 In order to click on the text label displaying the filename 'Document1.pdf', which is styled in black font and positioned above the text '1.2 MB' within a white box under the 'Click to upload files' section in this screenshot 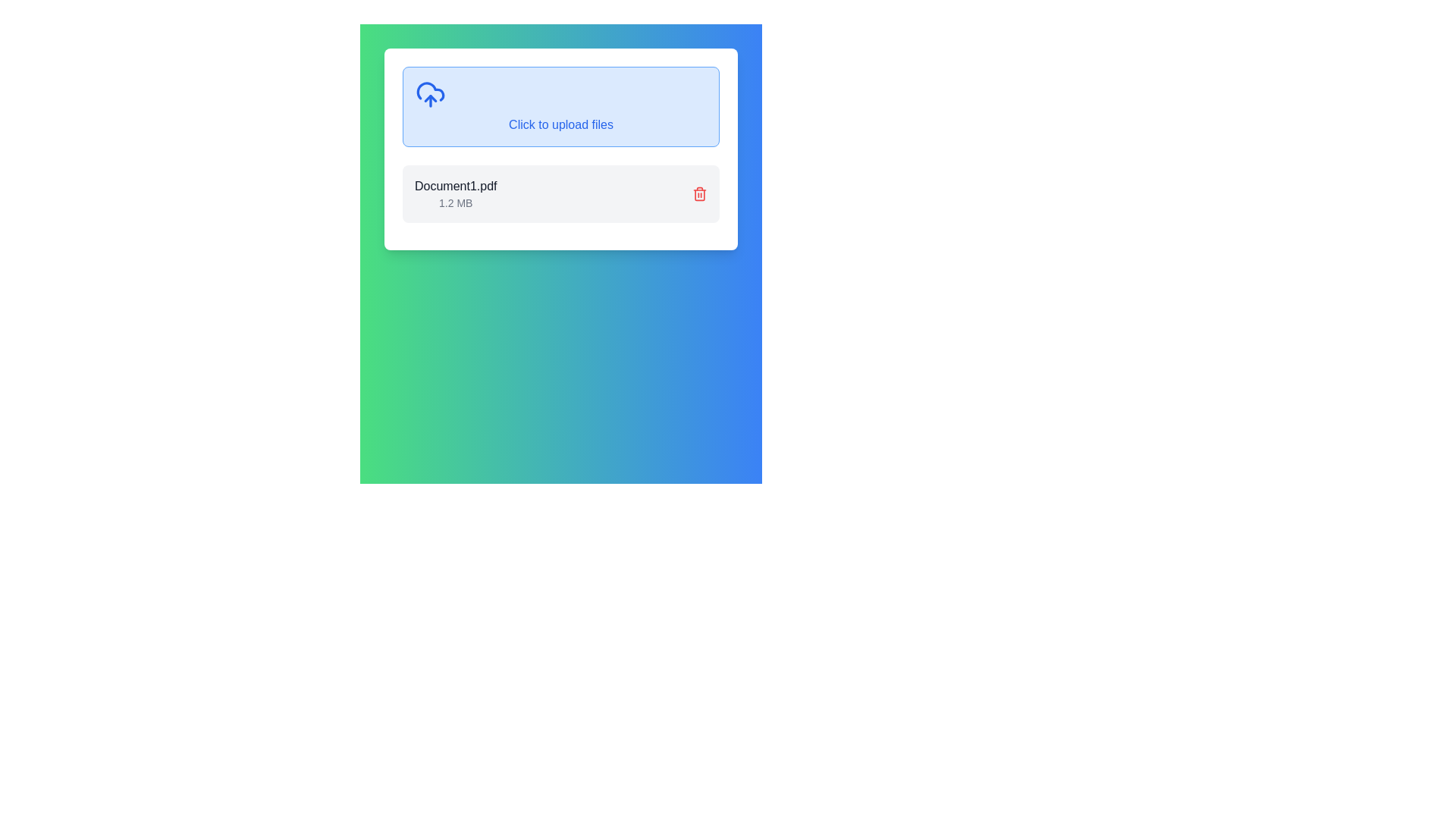, I will do `click(455, 186)`.